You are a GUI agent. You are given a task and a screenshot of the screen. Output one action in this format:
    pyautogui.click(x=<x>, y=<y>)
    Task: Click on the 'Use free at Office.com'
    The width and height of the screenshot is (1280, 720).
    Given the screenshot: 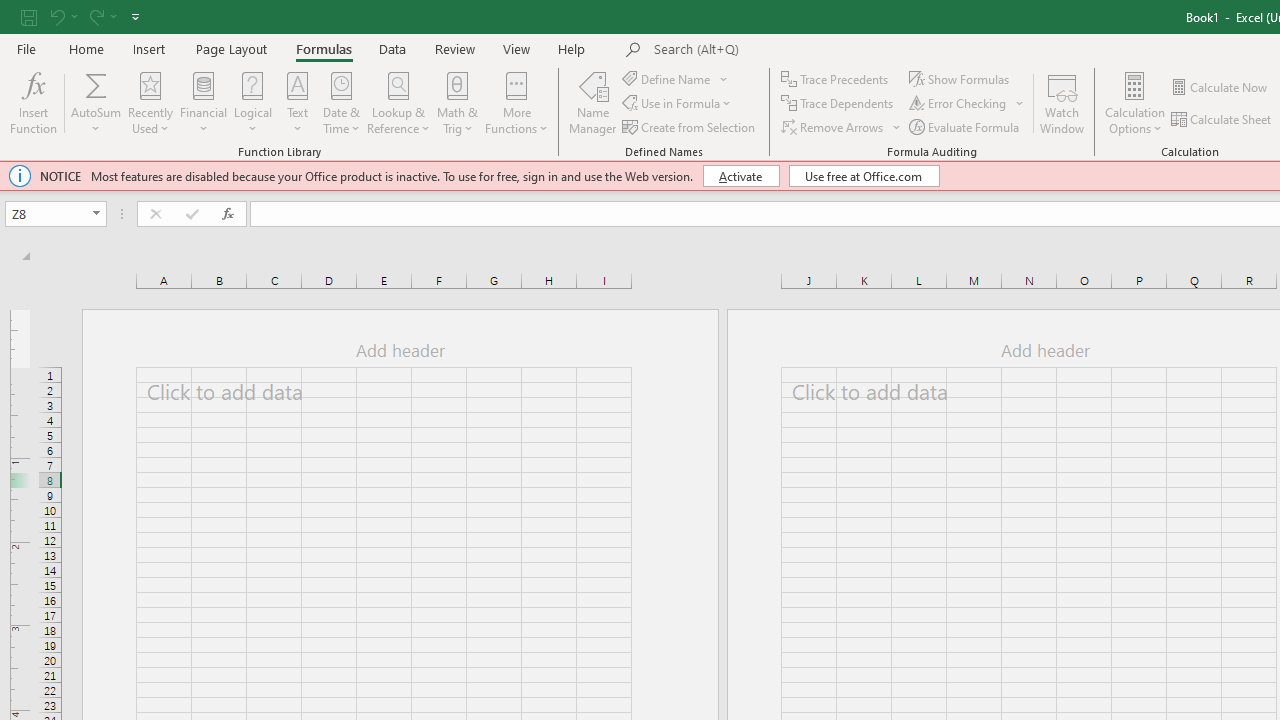 What is the action you would take?
    pyautogui.click(x=864, y=175)
    